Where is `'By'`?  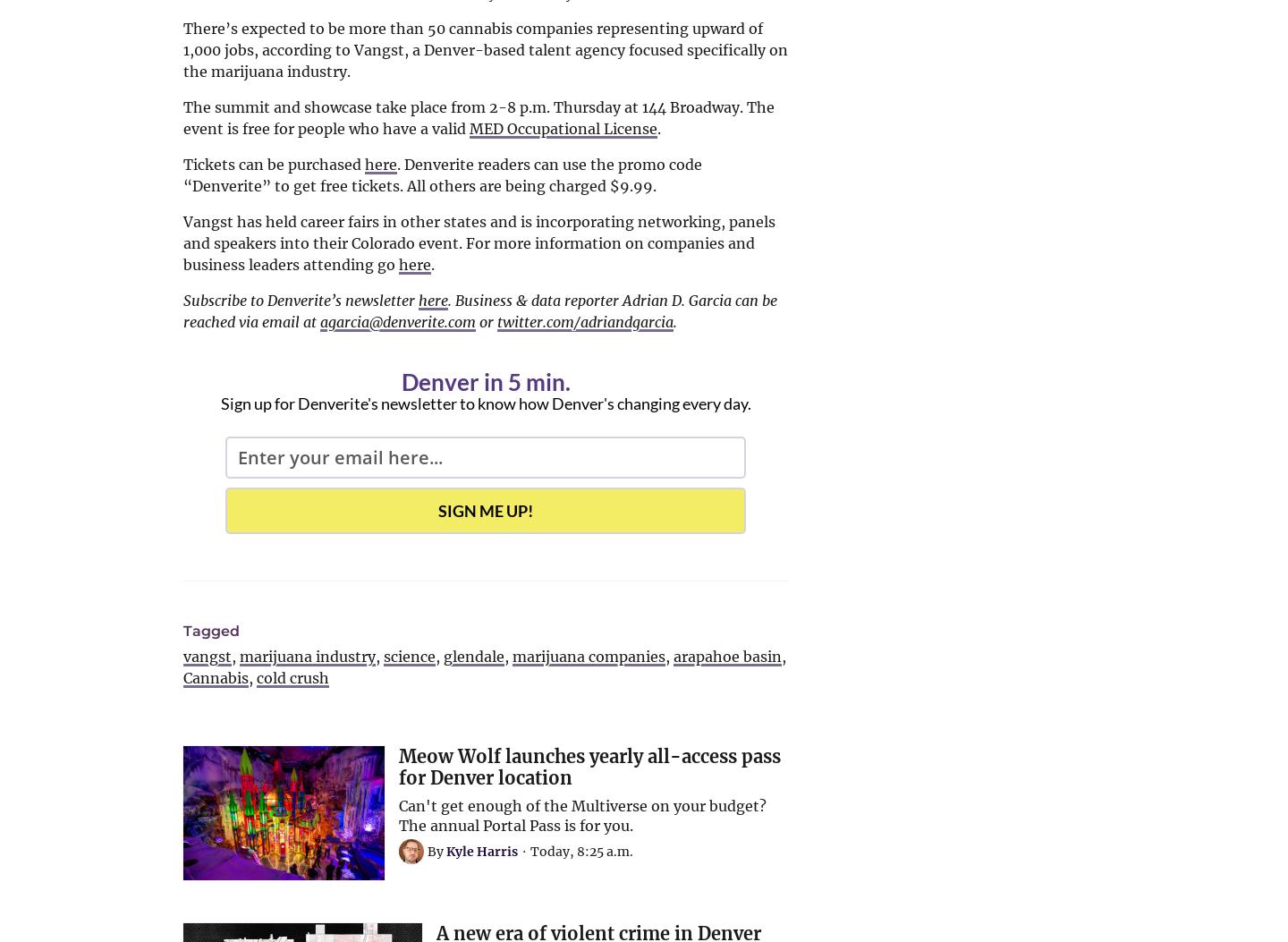 'By' is located at coordinates (436, 851).